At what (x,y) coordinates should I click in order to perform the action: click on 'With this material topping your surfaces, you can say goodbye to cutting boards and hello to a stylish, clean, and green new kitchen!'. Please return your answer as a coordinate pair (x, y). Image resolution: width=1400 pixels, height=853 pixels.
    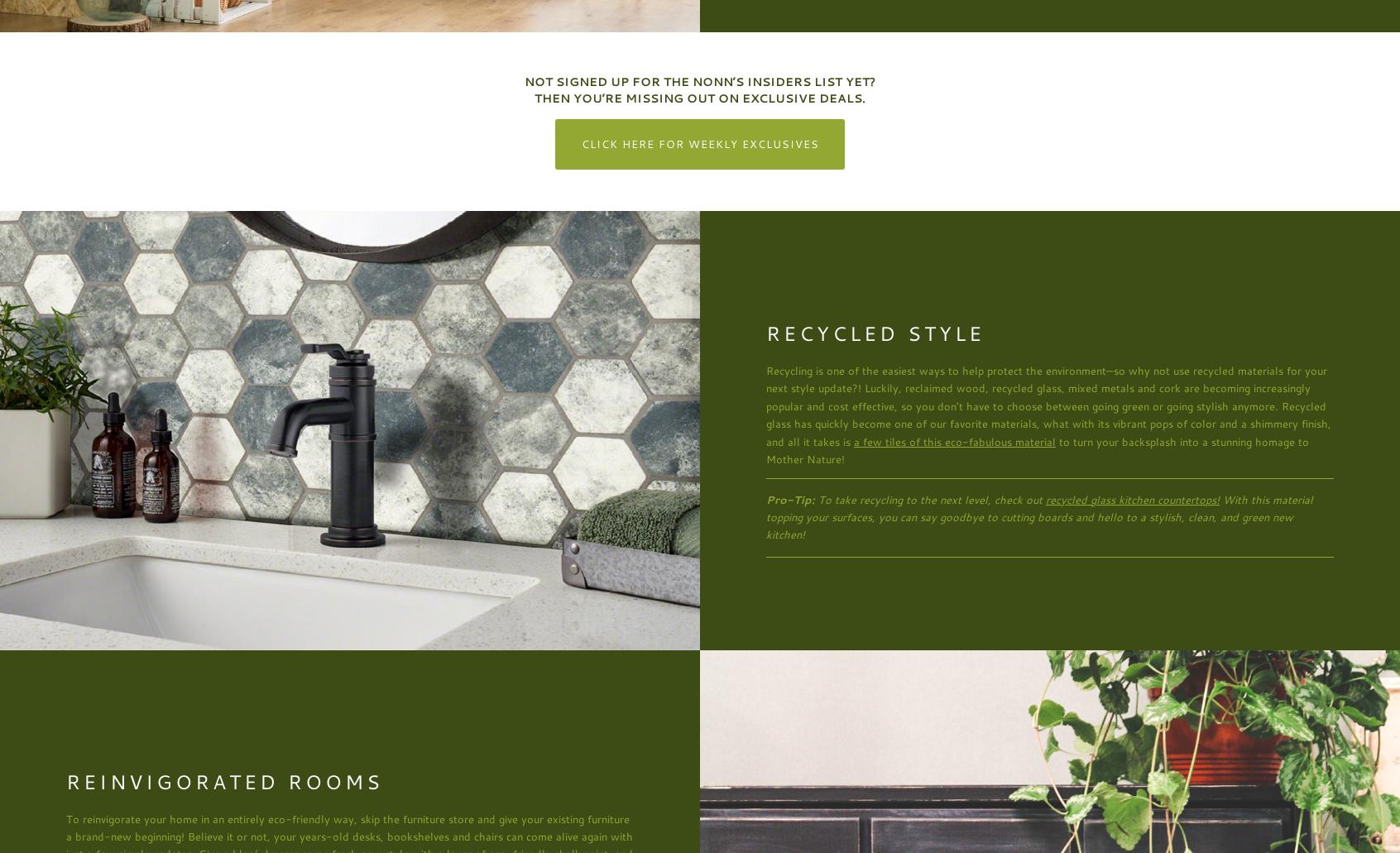
    Looking at the image, I should click on (1039, 516).